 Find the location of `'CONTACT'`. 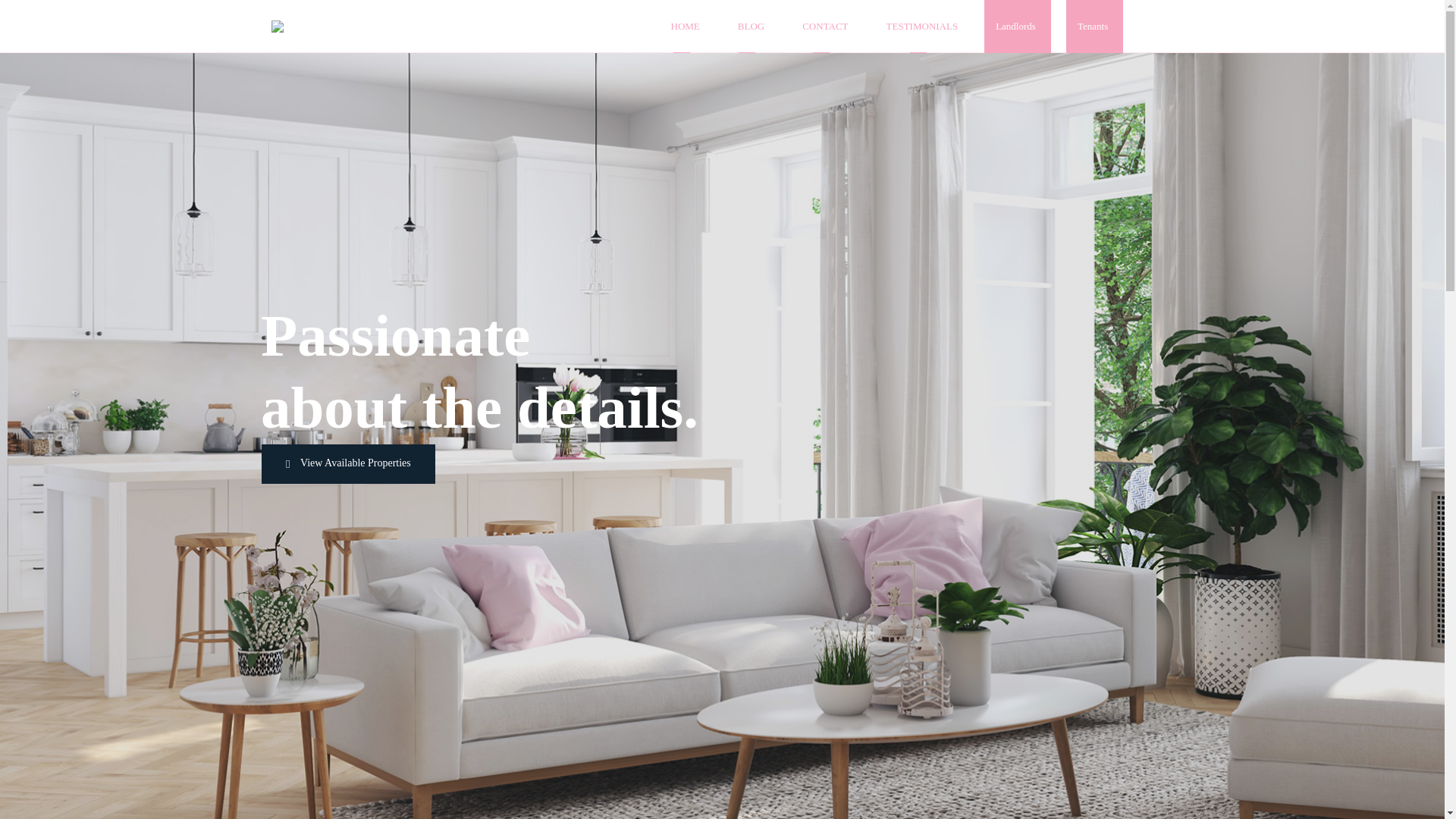

'CONTACT' is located at coordinates (824, 26).